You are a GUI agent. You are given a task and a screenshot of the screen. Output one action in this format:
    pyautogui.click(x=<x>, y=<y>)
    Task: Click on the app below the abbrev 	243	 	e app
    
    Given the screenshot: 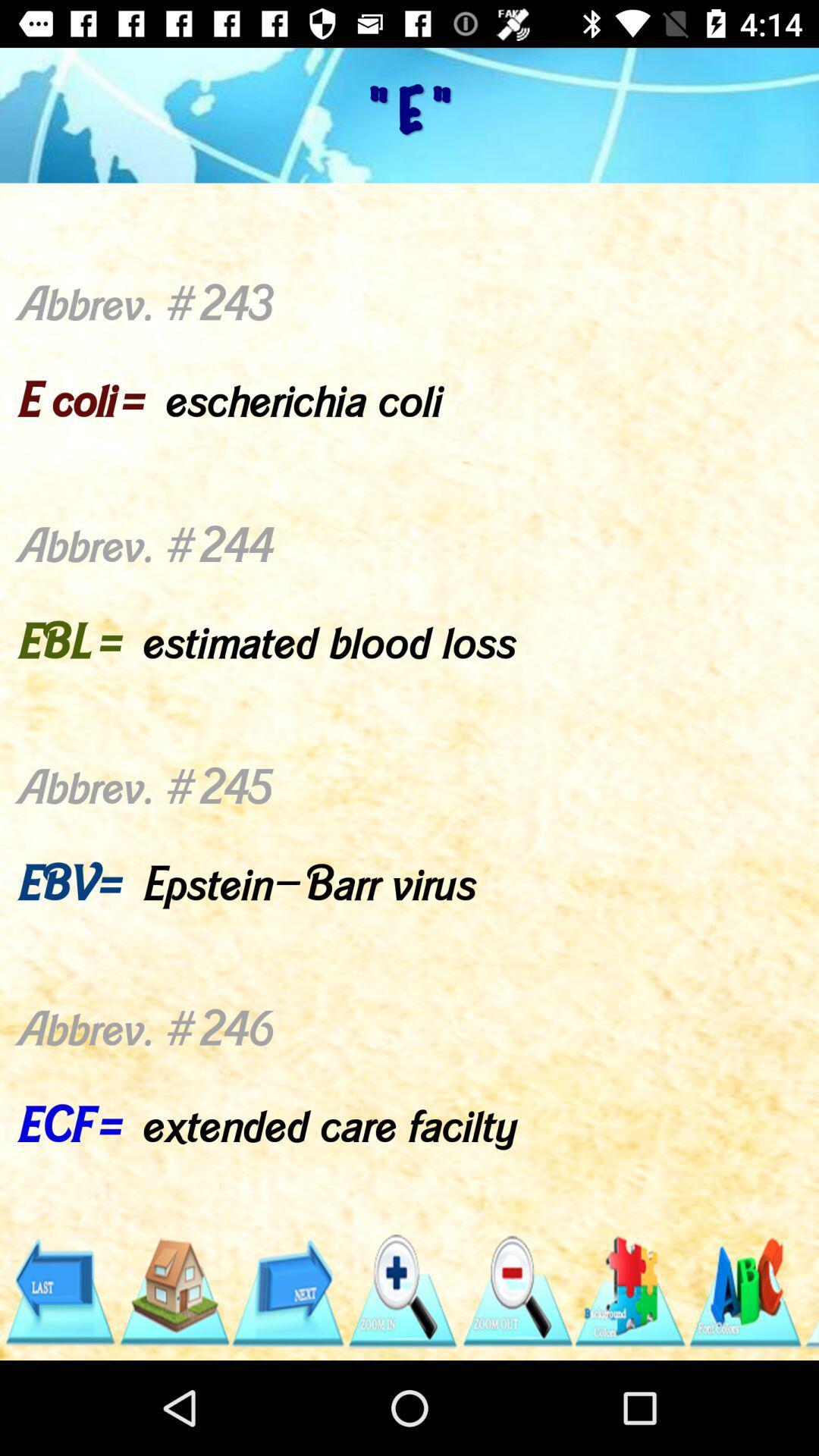 What is the action you would take?
    pyautogui.click(x=58, y=1291)
    